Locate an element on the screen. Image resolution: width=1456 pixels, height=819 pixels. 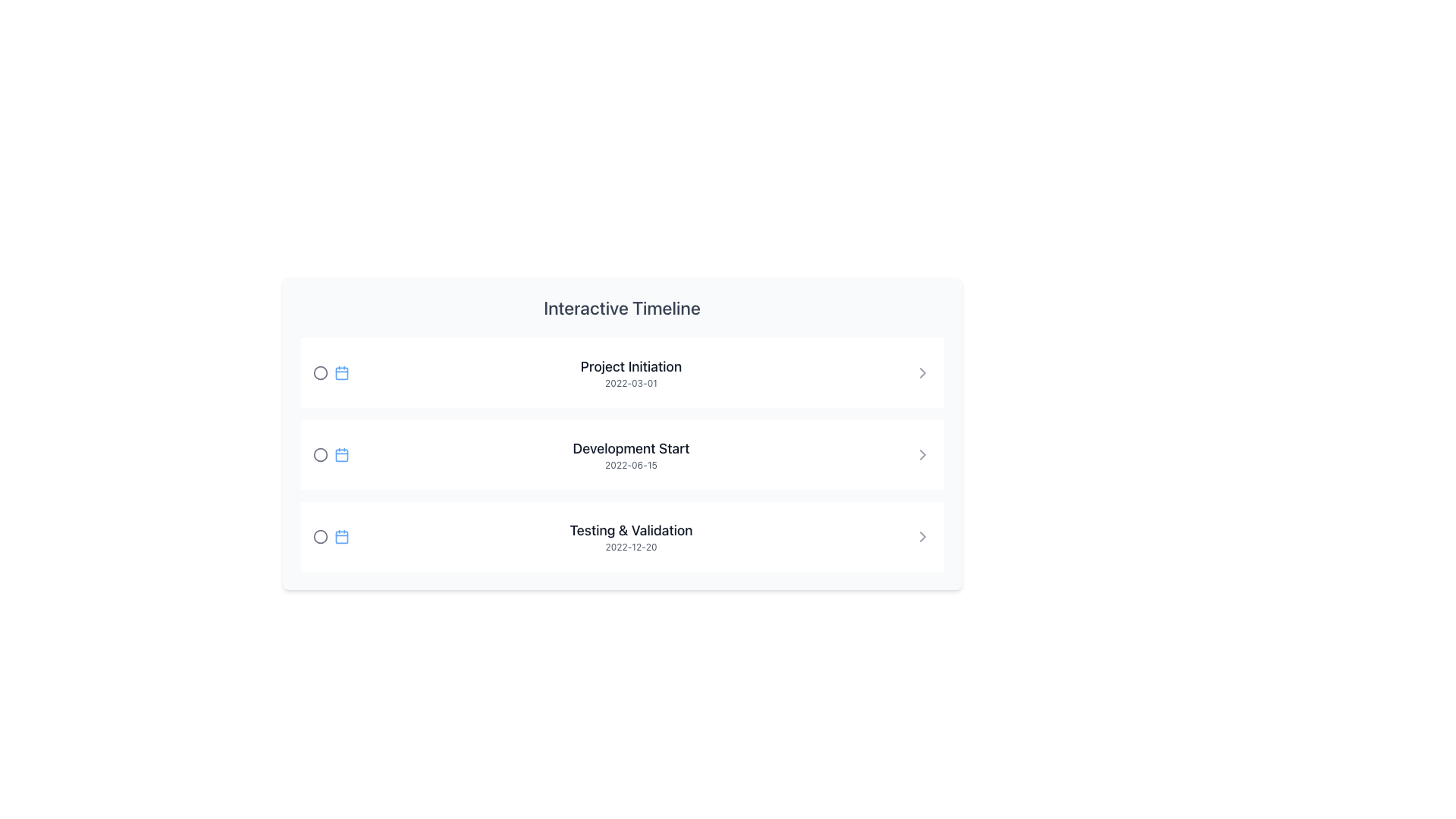
the leftmost icon in the third entry of the 'Interactive Timeline' list is located at coordinates (319, 536).